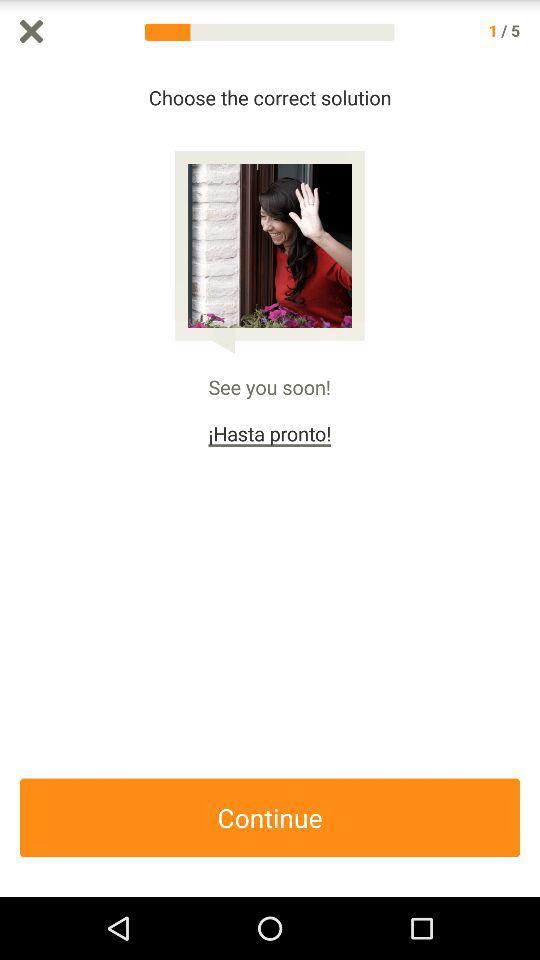  What do you see at coordinates (530, 480) in the screenshot?
I see `icon on the right` at bounding box center [530, 480].